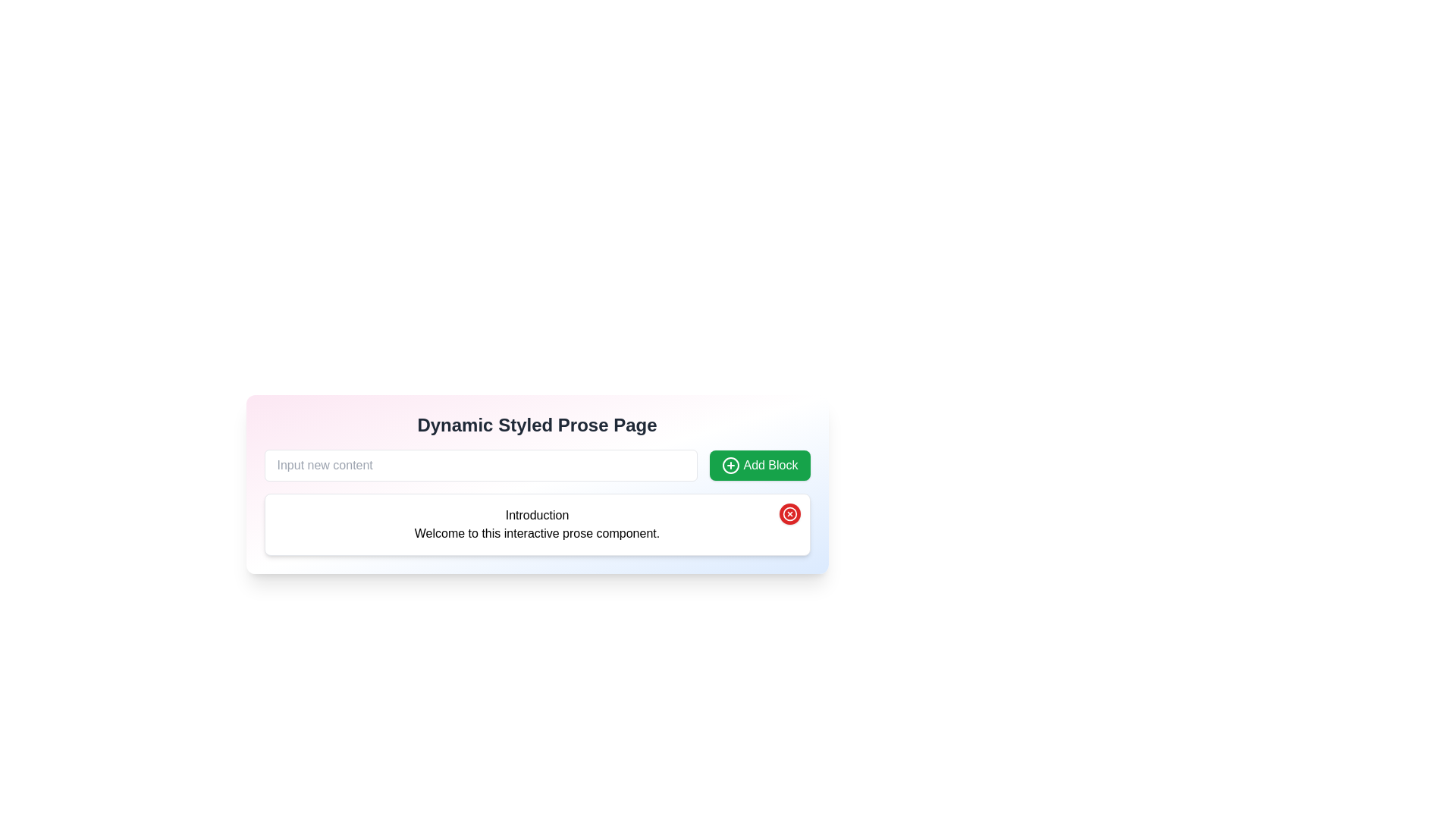 The image size is (1456, 819). Describe the element at coordinates (731, 464) in the screenshot. I see `the circular icon with a plus sign located in the center of the green 'Add Block' button in the top-right corner of the interface` at that location.